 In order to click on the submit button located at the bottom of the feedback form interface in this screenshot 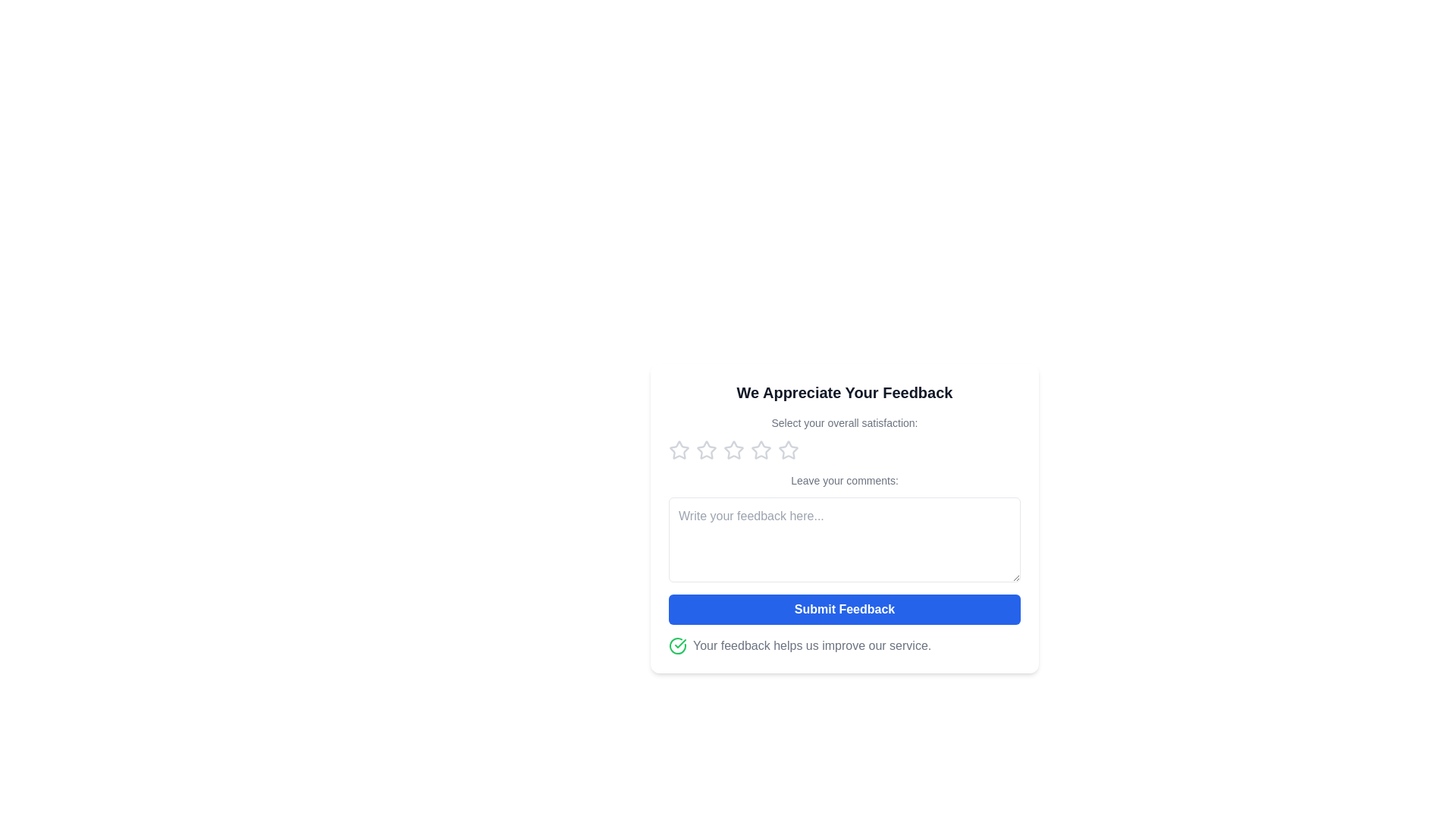, I will do `click(843, 608)`.